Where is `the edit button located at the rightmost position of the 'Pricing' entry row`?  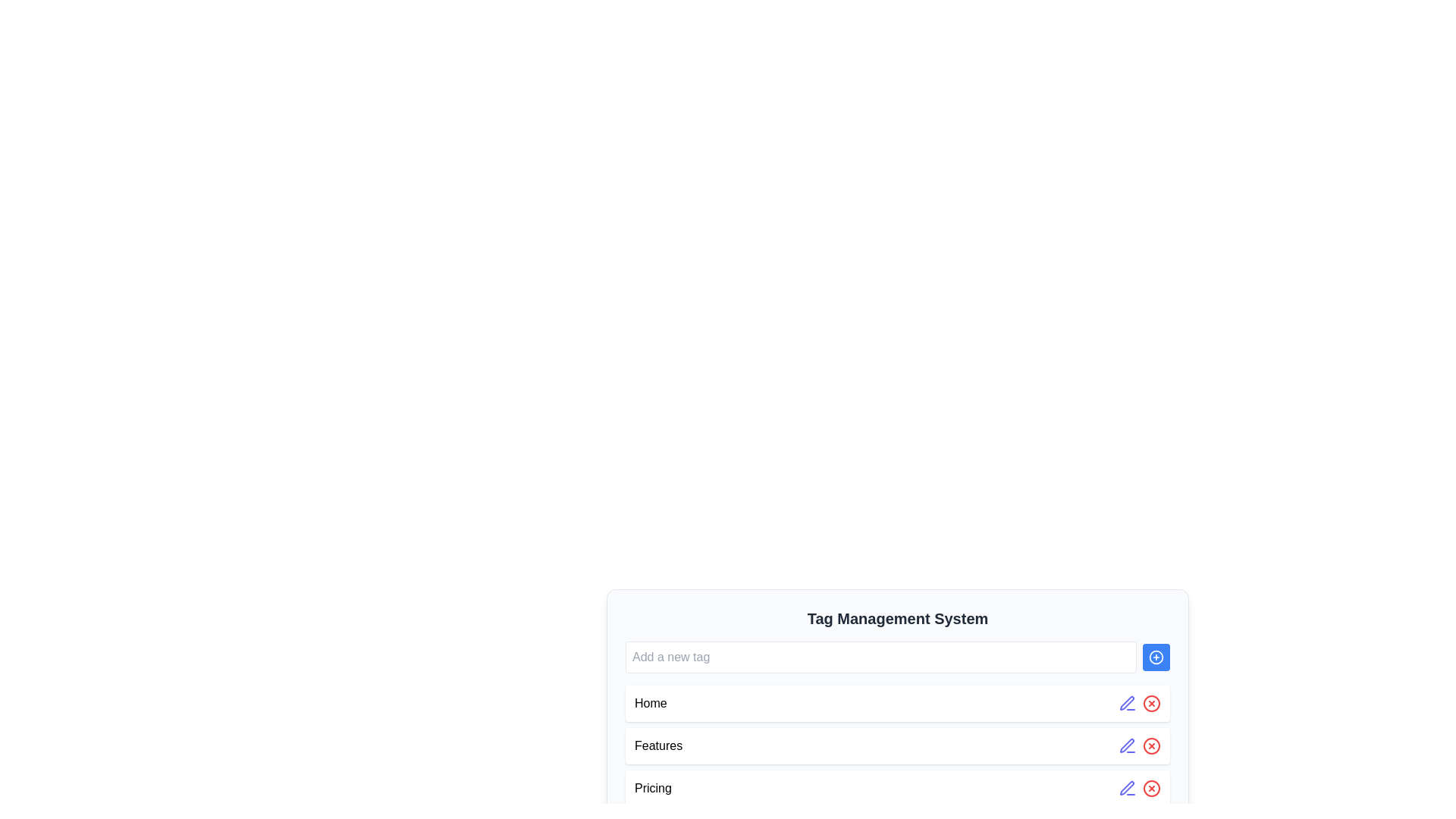
the edit button located at the rightmost position of the 'Pricing' entry row is located at coordinates (1139, 788).